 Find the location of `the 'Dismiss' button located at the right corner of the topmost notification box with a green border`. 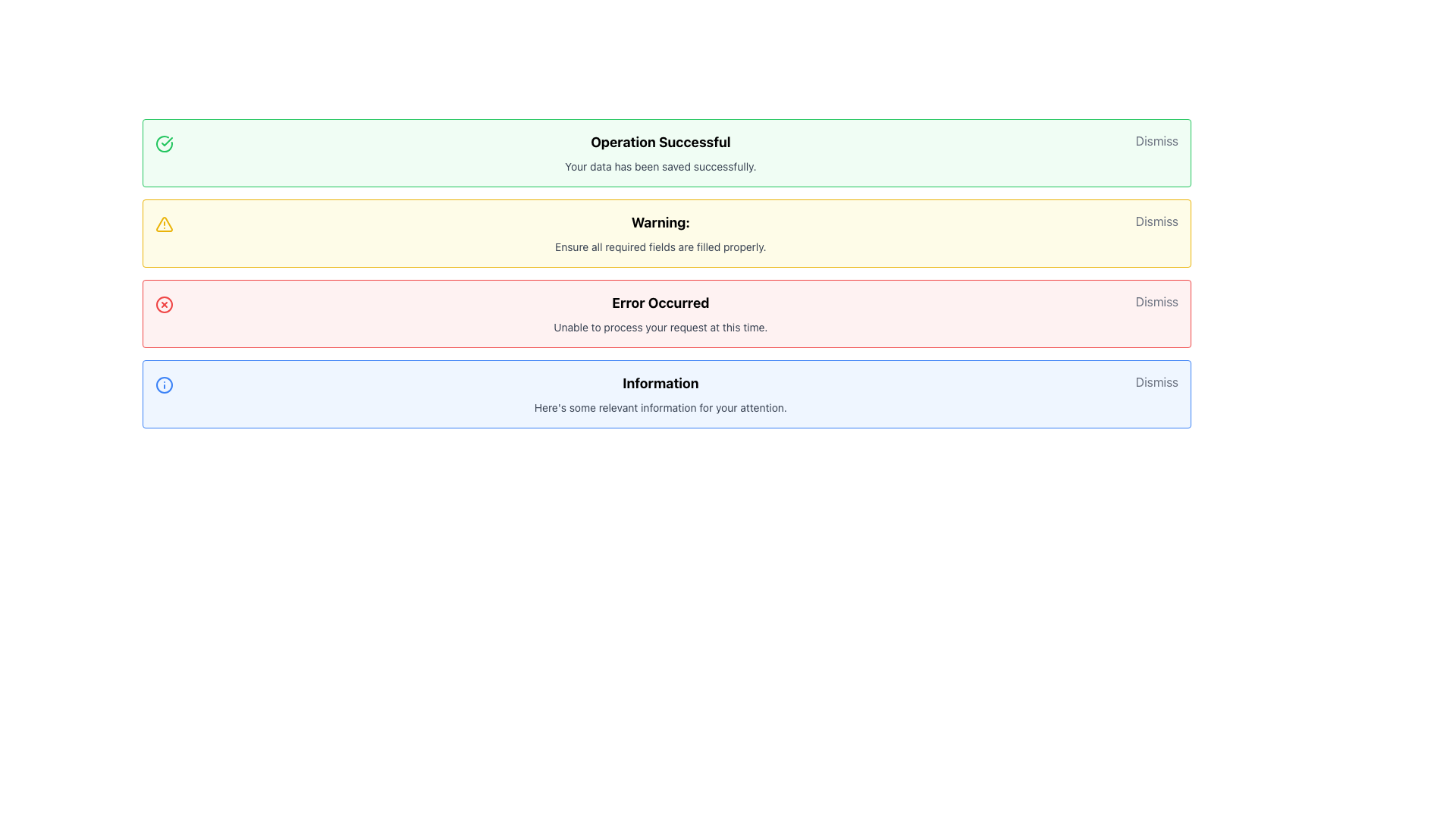

the 'Dismiss' button located at the right corner of the topmost notification box with a green border is located at coordinates (1156, 140).